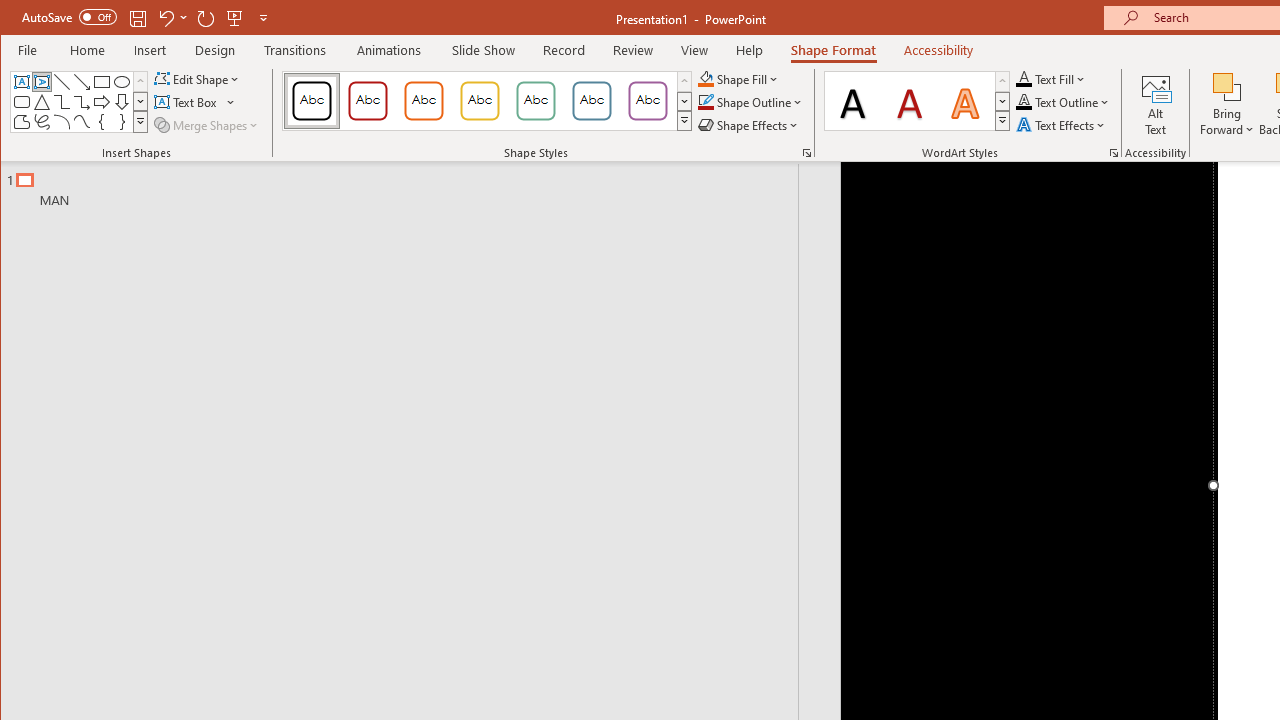 The height and width of the screenshot is (720, 1280). Describe the element at coordinates (1062, 102) in the screenshot. I see `'Text Outline'` at that location.